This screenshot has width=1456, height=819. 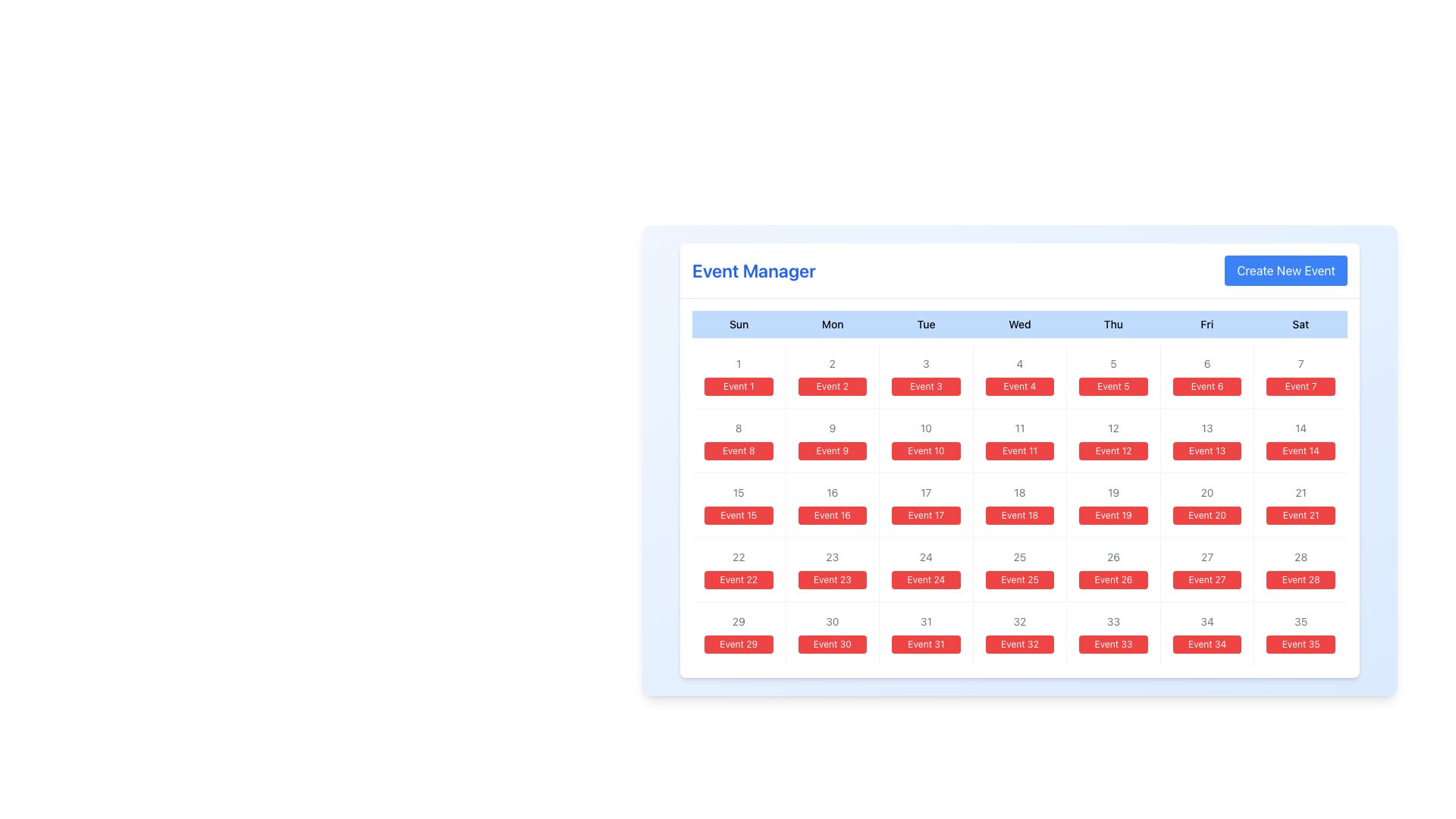 What do you see at coordinates (831, 644) in the screenshot?
I see `the button labeled 'Event 30' located in the last row under the column labeled '30' in the calendar grid` at bounding box center [831, 644].